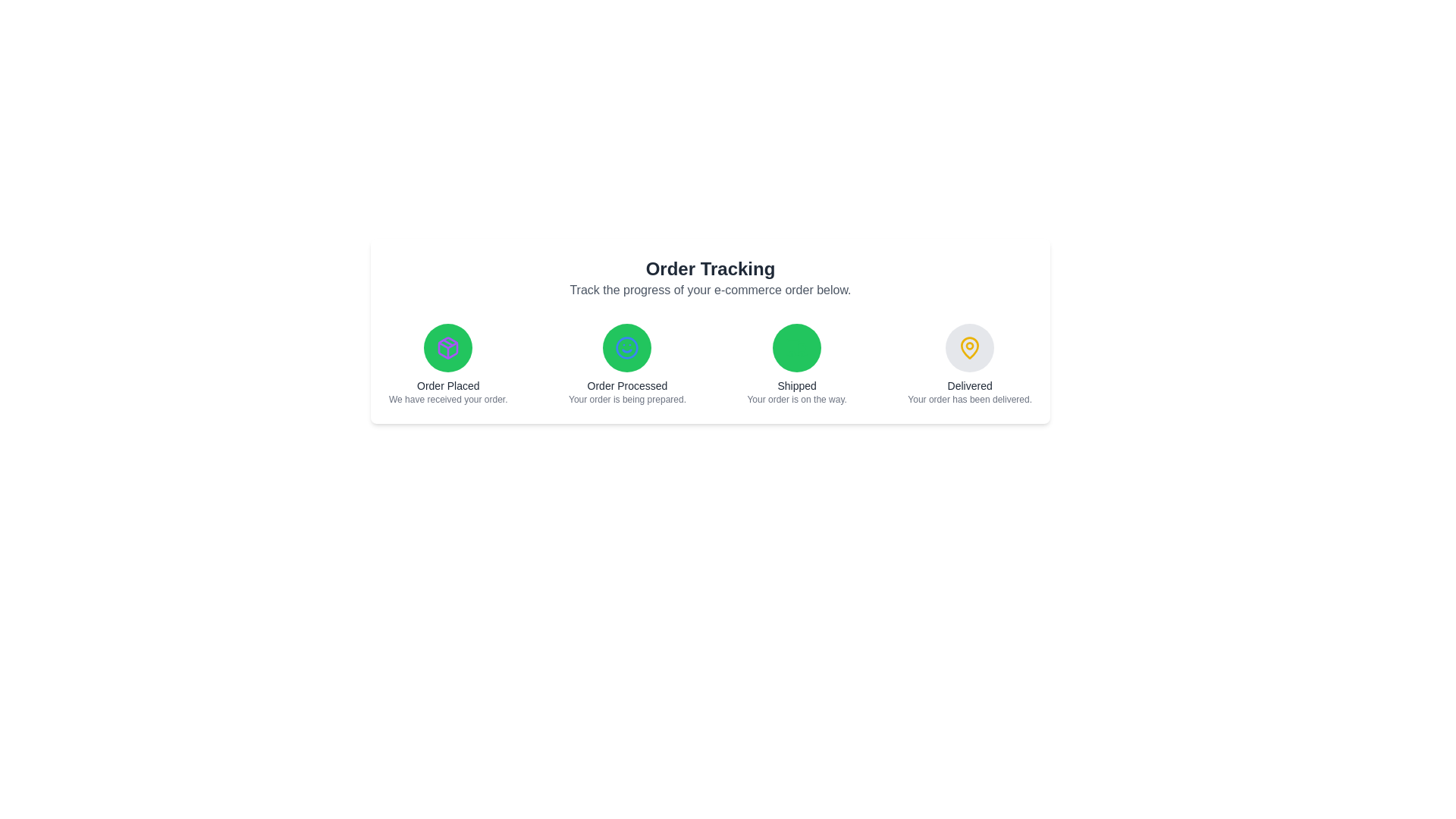  I want to click on the 'Order Placed' informative status indicator, which is the first item in a horizontal sequence of four elements representing different stages of the order tracking process, so click(447, 365).